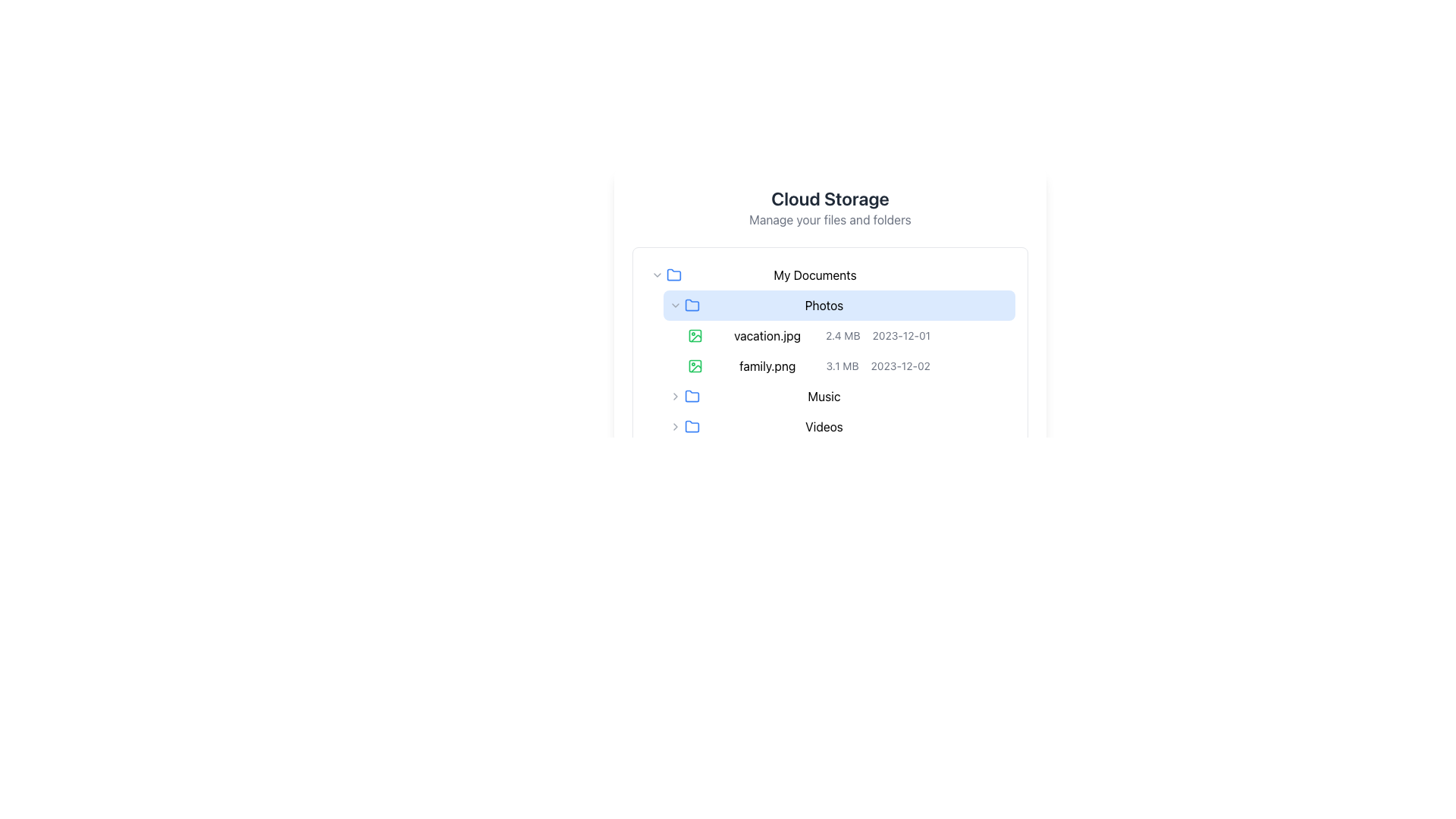 This screenshot has height=819, width=1456. What do you see at coordinates (829, 275) in the screenshot?
I see `the 'My Documents' expandable folder item, which is the first item under the 'Cloud Storage' header` at bounding box center [829, 275].